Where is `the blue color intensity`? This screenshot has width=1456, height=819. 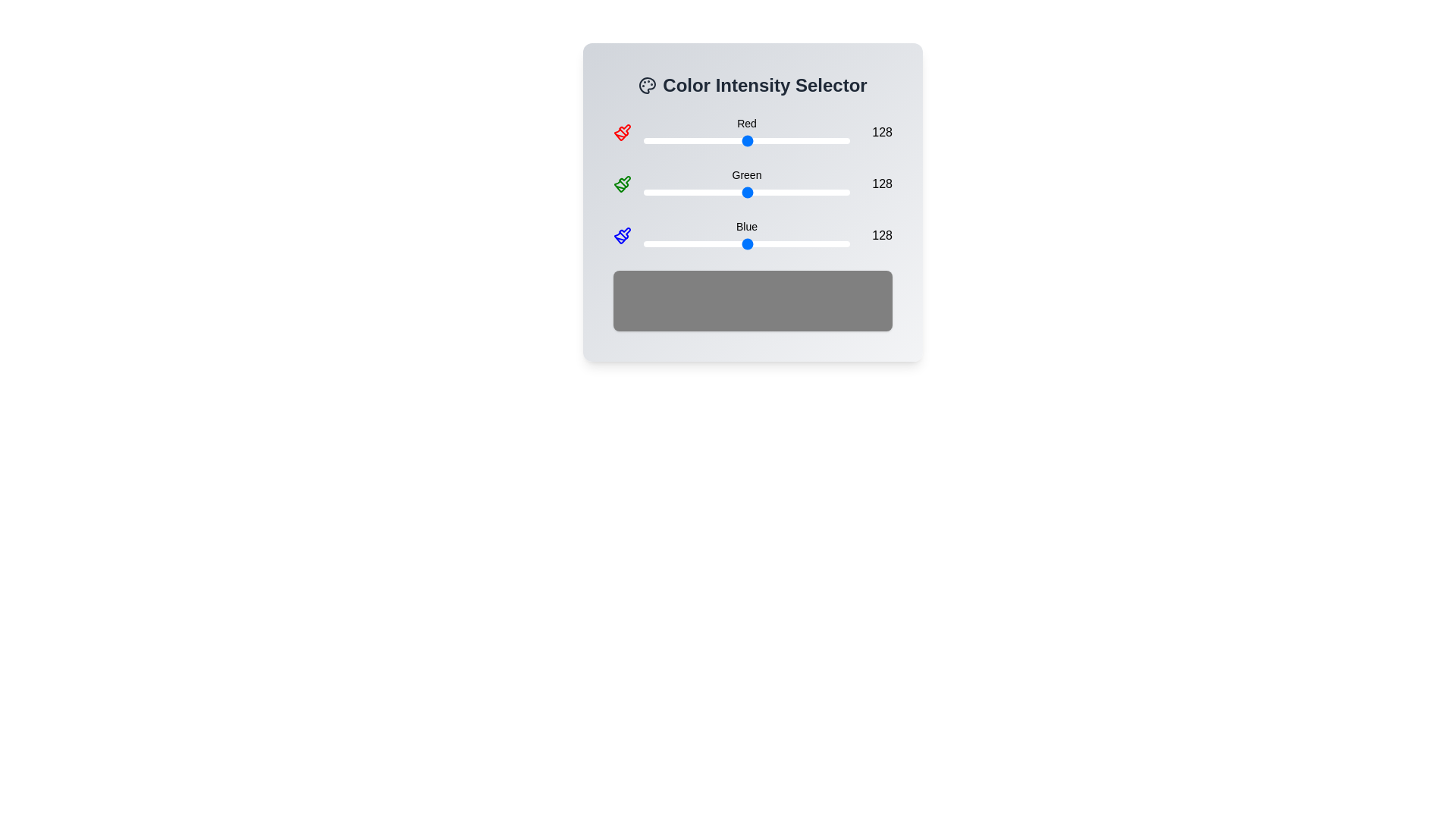 the blue color intensity is located at coordinates (780, 243).